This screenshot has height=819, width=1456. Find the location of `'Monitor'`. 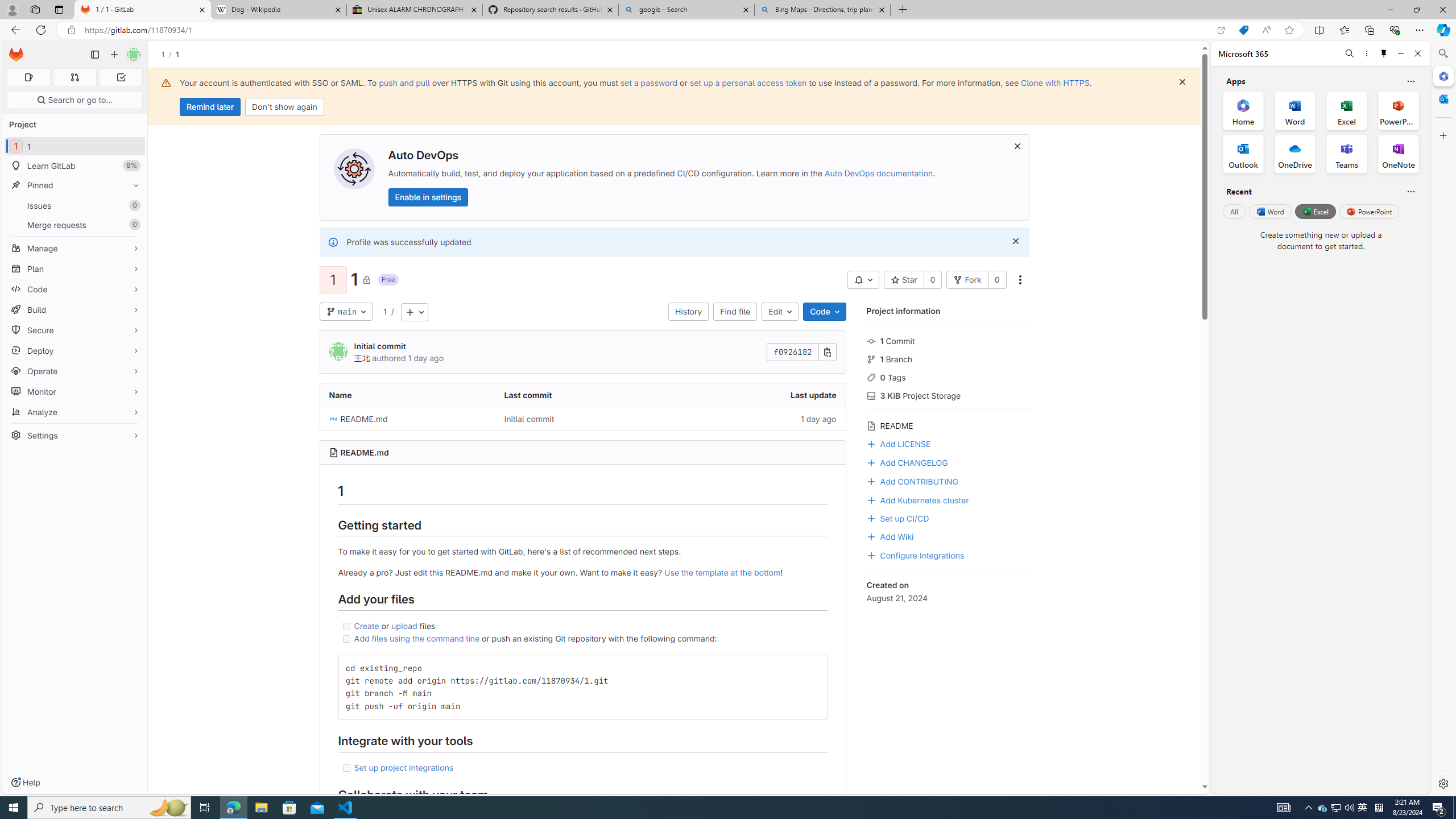

'Monitor' is located at coordinates (74, 392).